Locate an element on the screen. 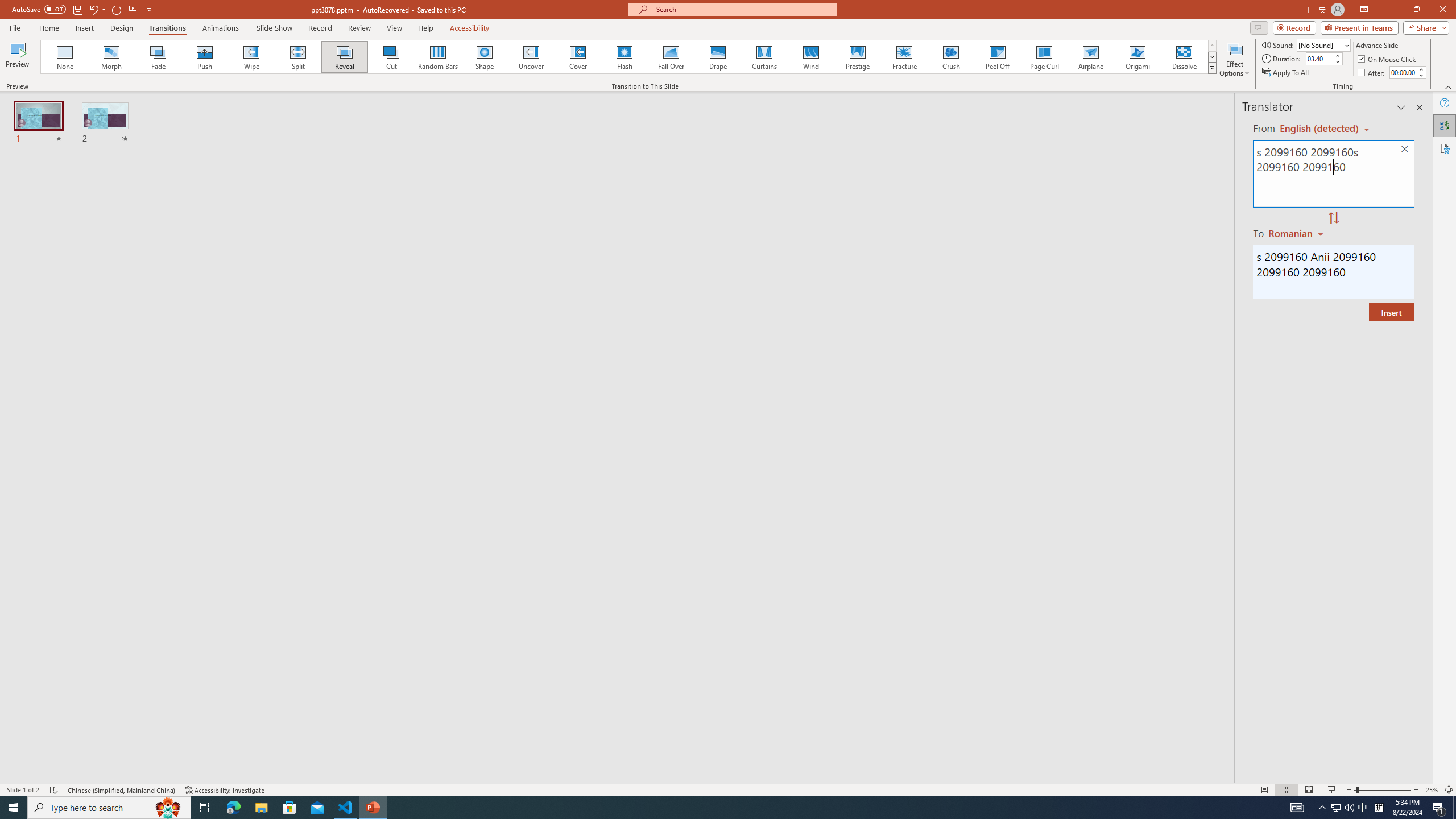 Image resolution: width=1456 pixels, height=819 pixels. 'Split' is located at coordinates (297, 56).